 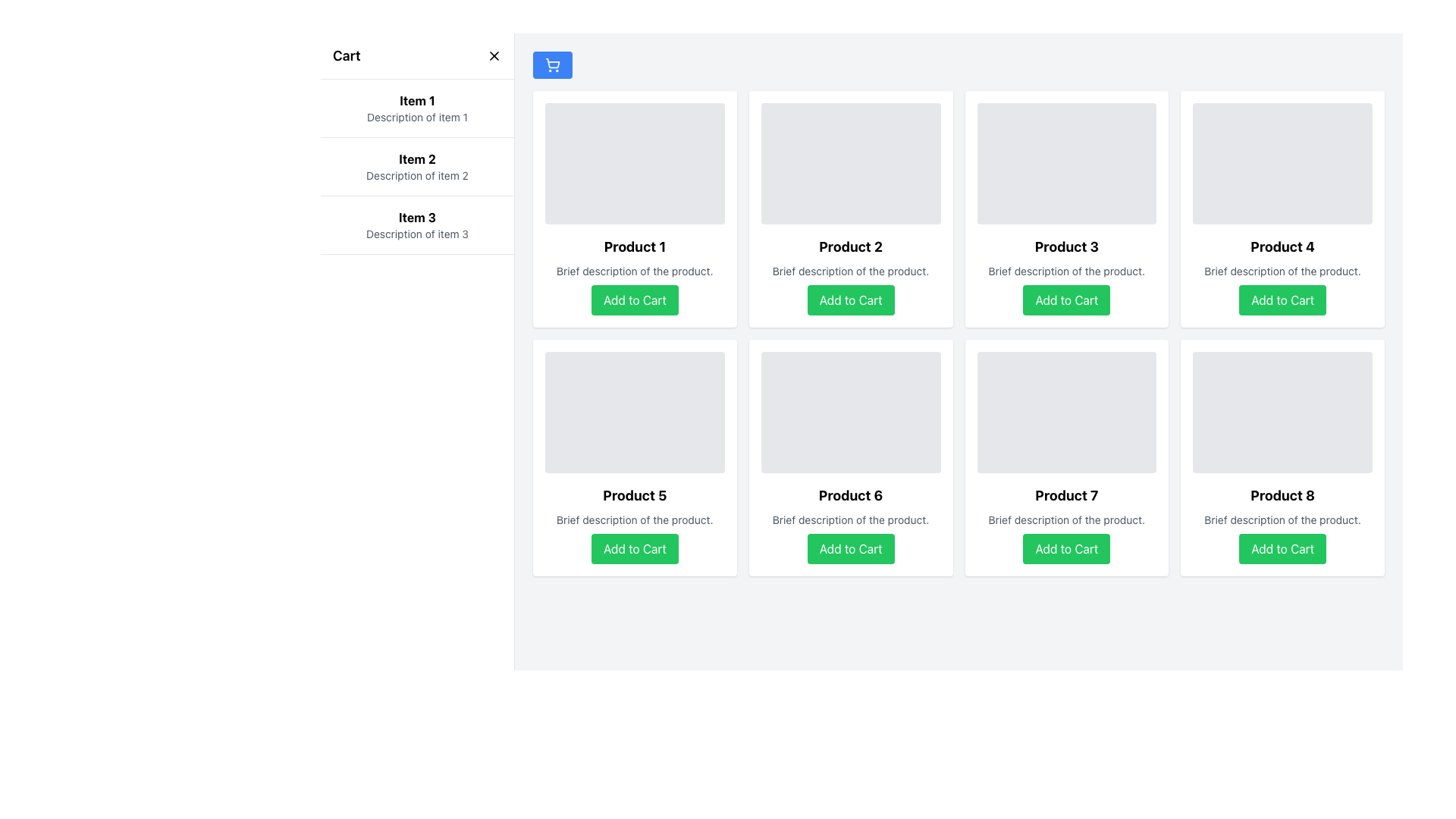 What do you see at coordinates (635, 519) in the screenshot?
I see `the text label displaying 'Brief description of the product.' located in the 'Product 5' card, positioned below the product title and above the 'Add to Cart' button` at bounding box center [635, 519].